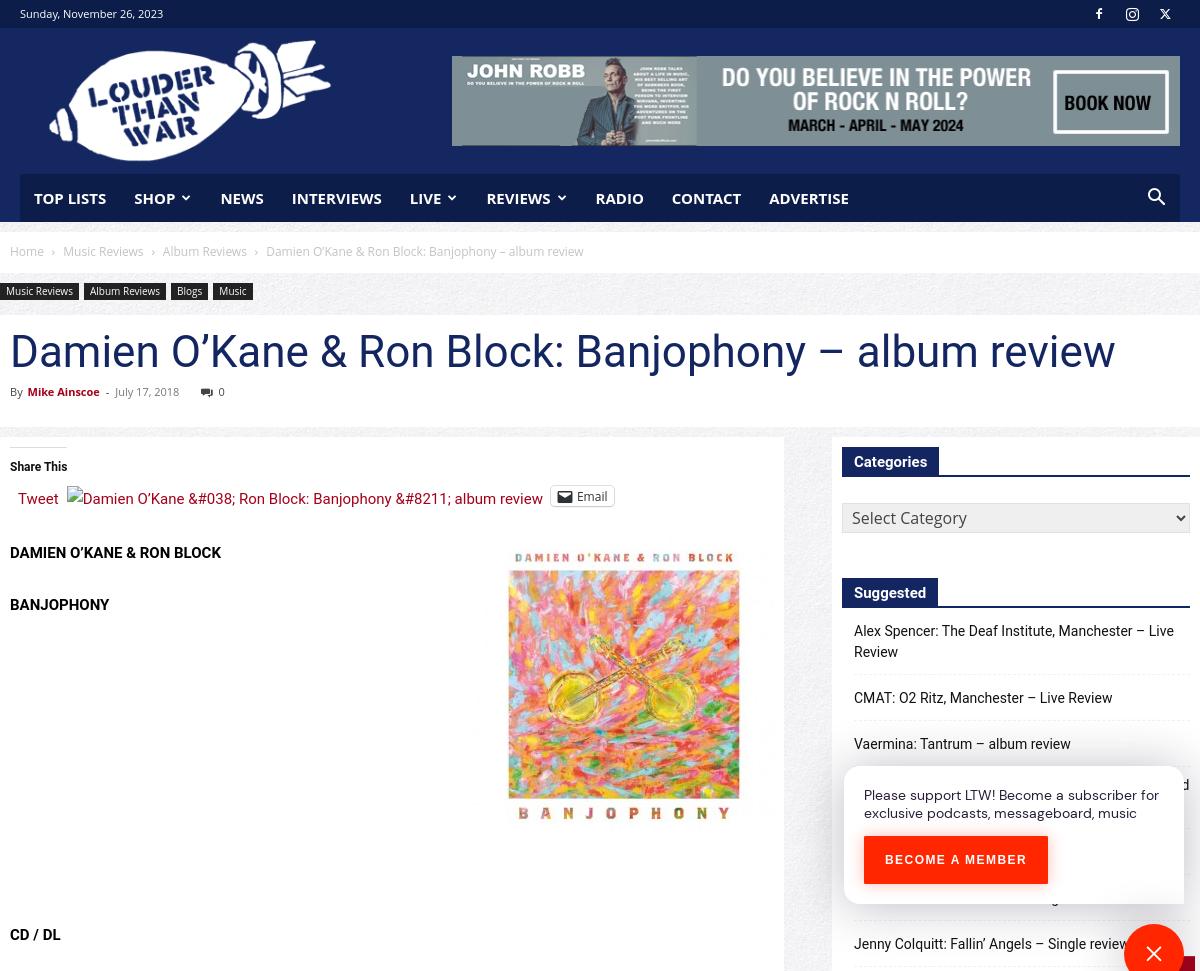 This screenshot has width=1200, height=971. What do you see at coordinates (598, 99) in the screenshot?
I see `'Search'` at bounding box center [598, 99].